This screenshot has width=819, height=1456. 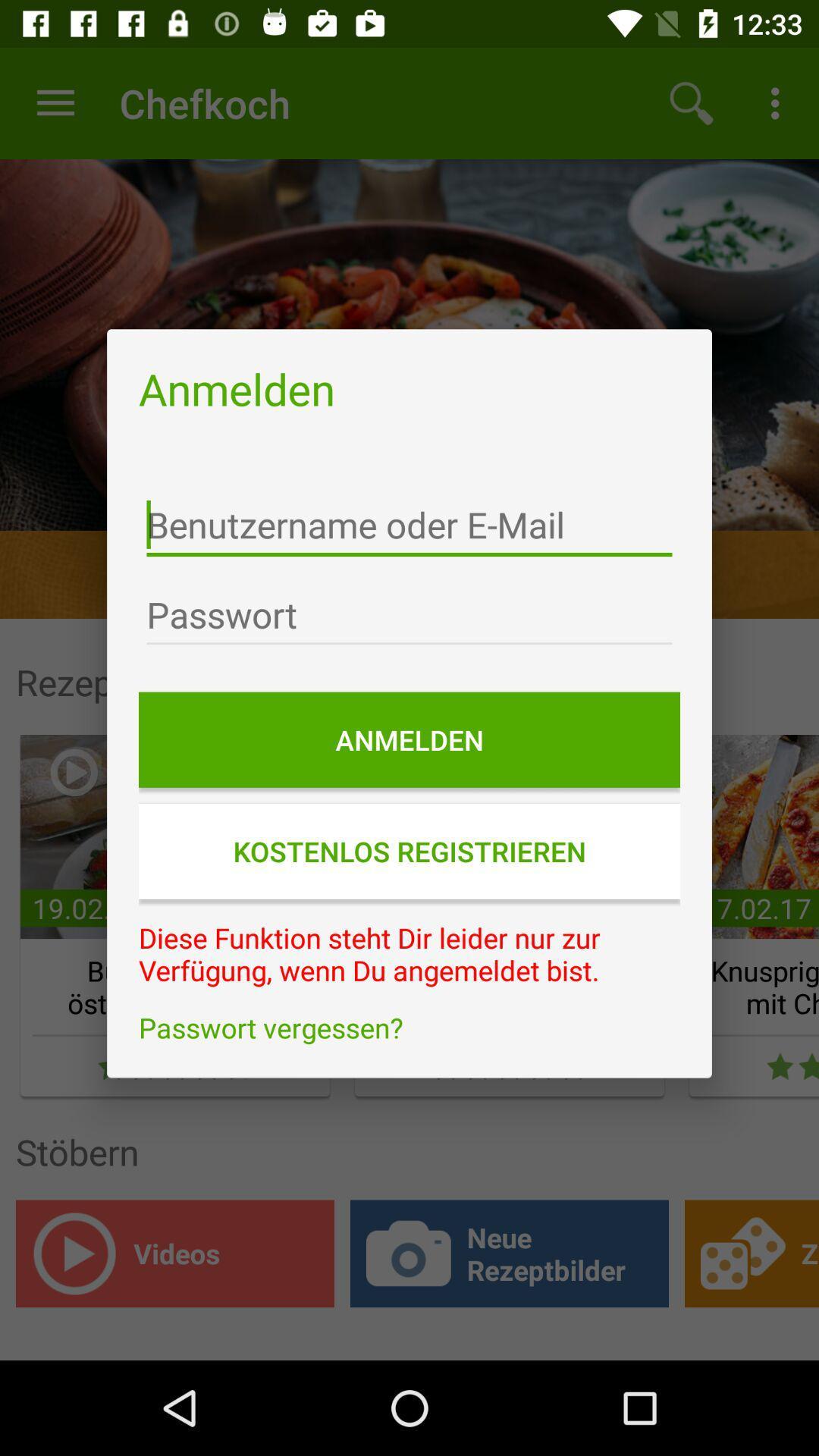 I want to click on user email, so click(x=409, y=525).